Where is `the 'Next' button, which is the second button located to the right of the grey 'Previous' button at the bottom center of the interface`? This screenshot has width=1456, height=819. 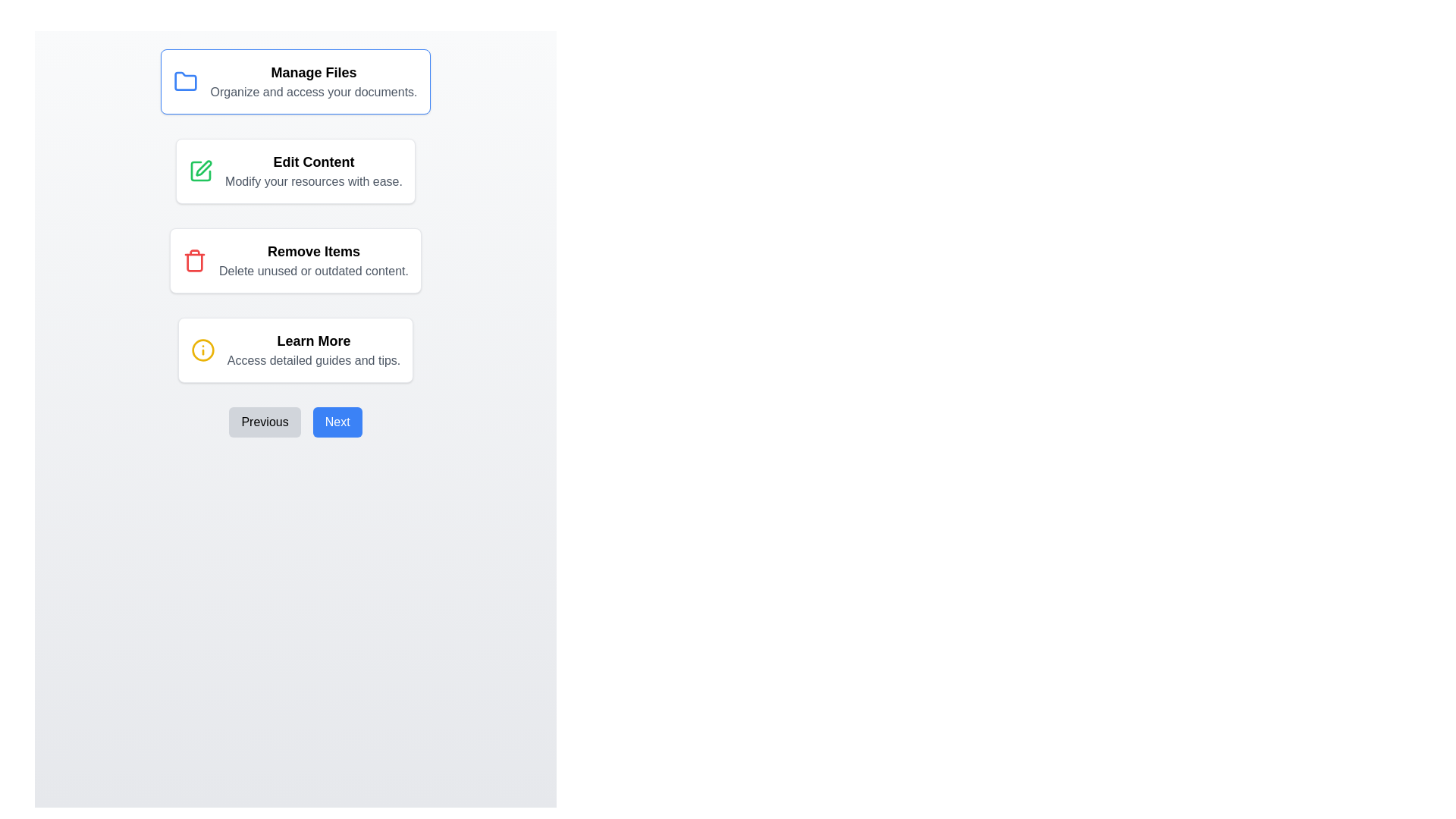 the 'Next' button, which is the second button located to the right of the grey 'Previous' button at the bottom center of the interface is located at coordinates (337, 422).